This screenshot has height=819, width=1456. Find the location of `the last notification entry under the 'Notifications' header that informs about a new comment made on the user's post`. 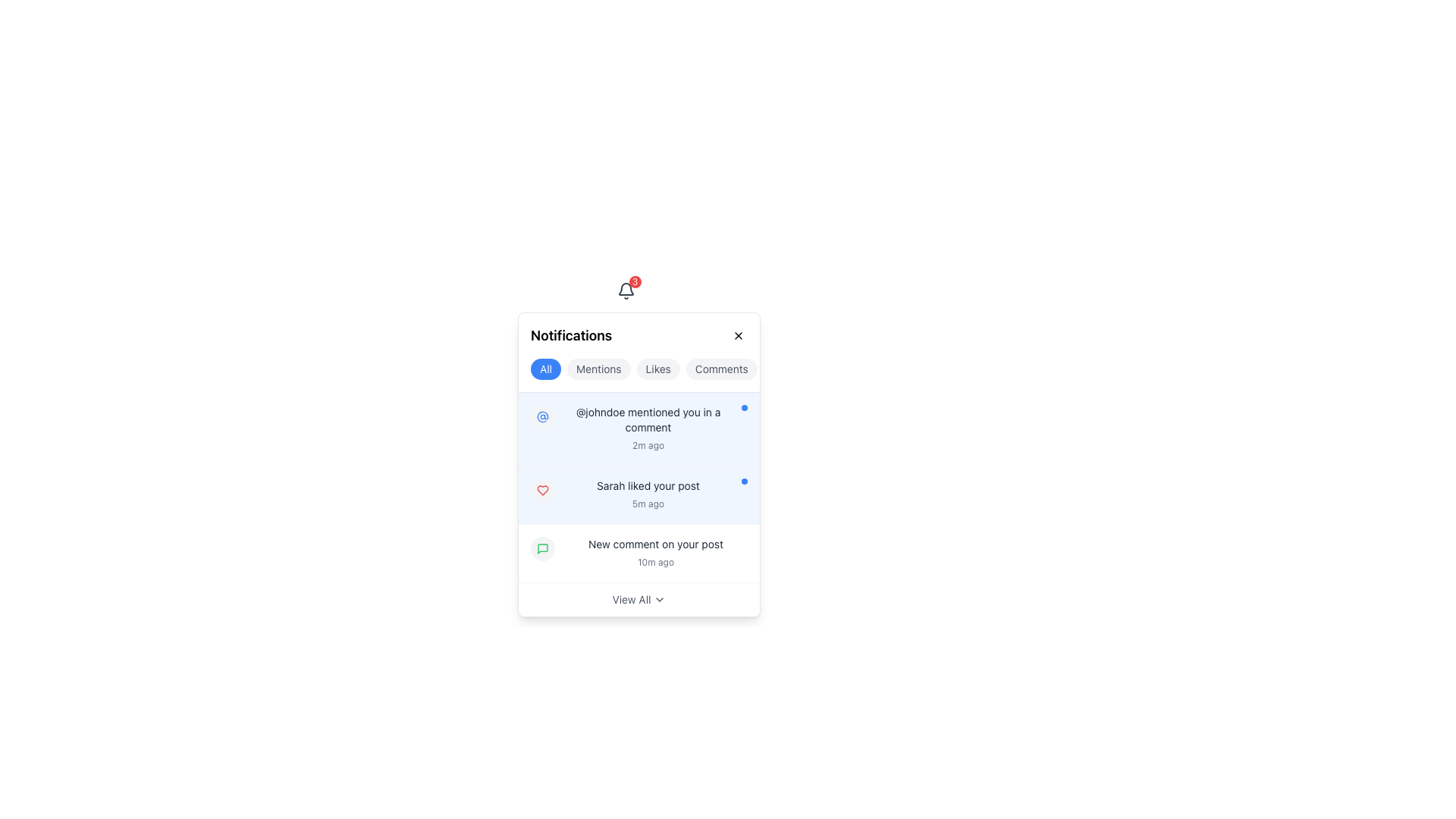

the last notification entry under the 'Notifications' header that informs about a new comment made on the user's post is located at coordinates (639, 553).